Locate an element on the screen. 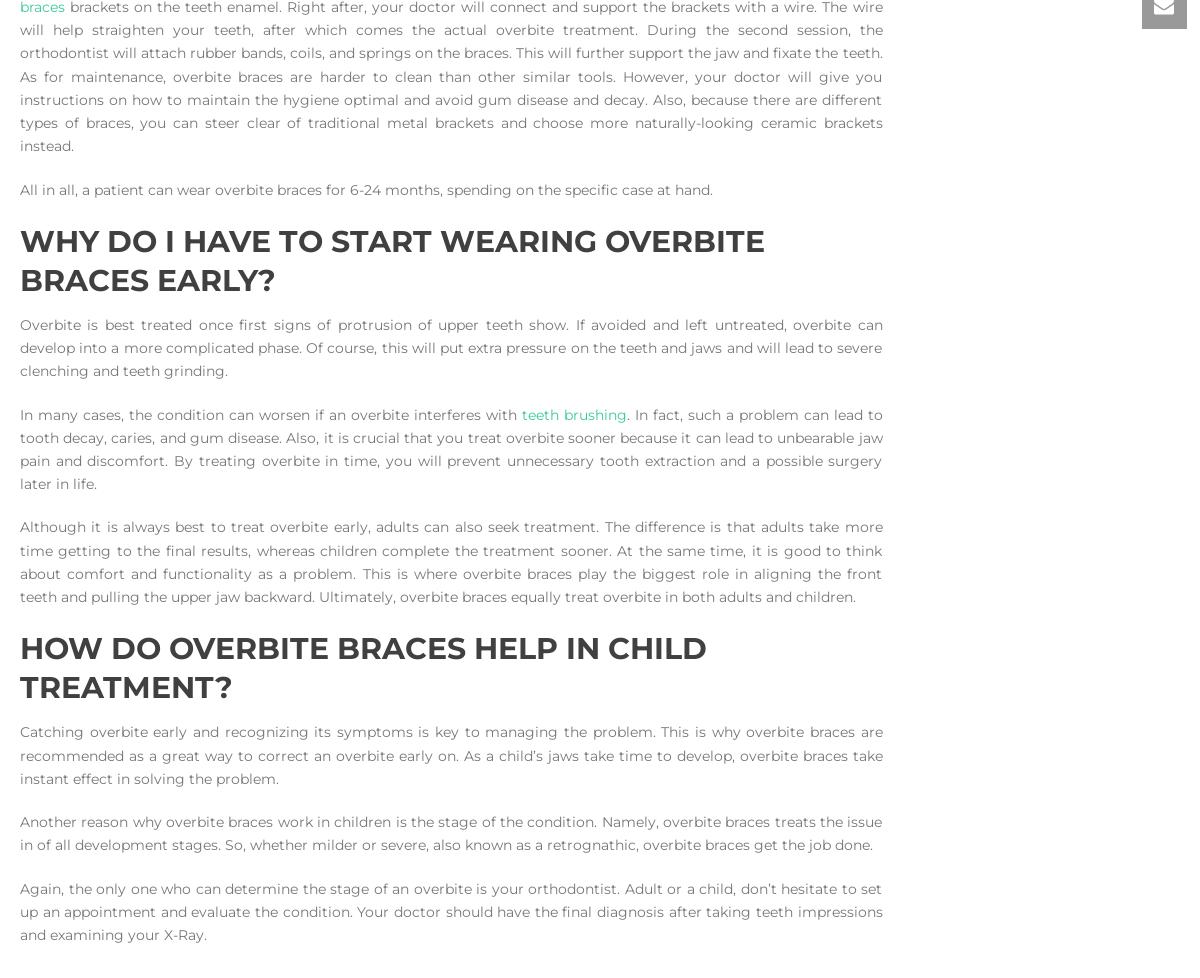  'teeth brushing' is located at coordinates (572, 412).